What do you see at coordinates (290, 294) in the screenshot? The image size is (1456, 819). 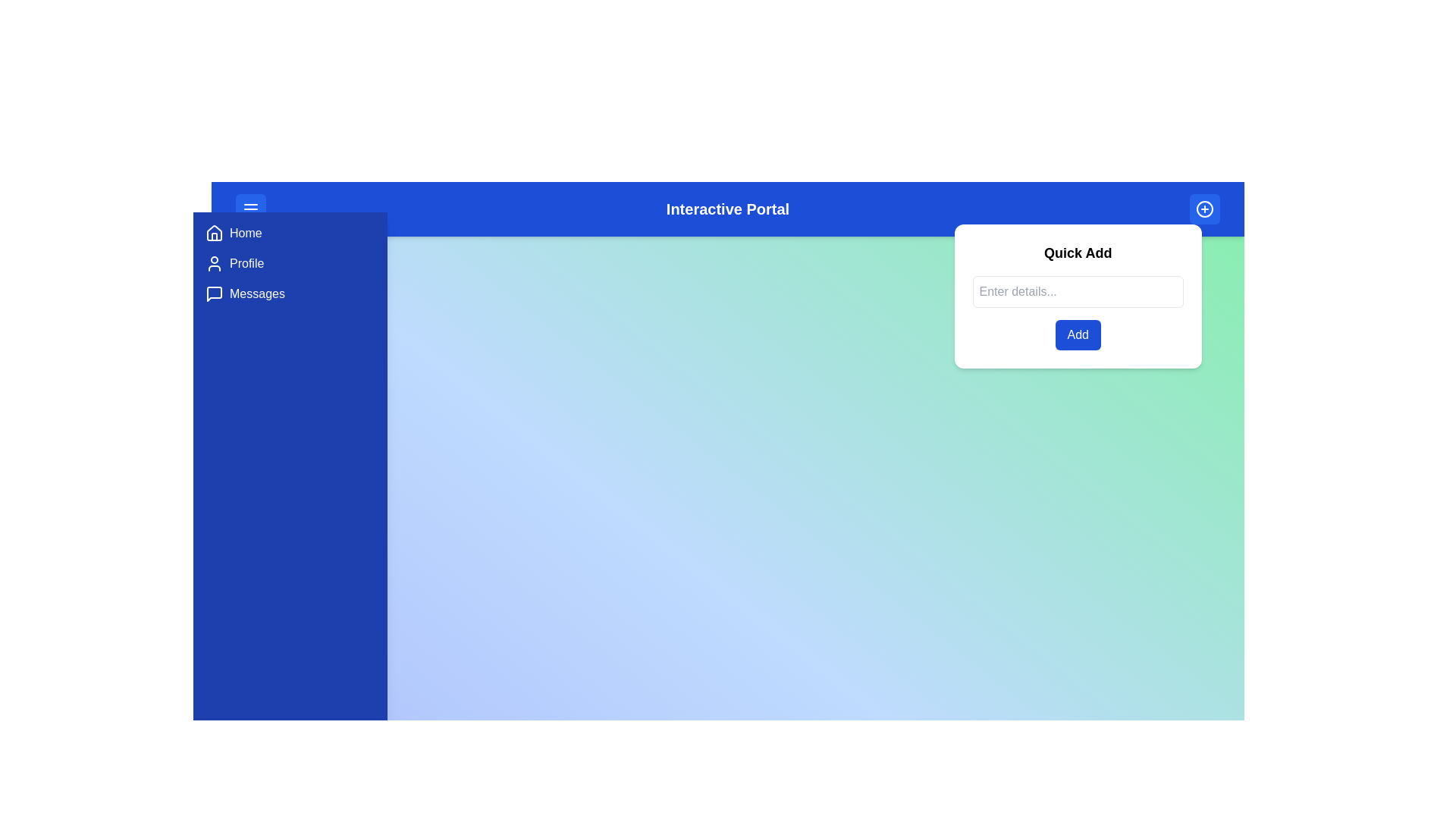 I see `the Messages item from the side navigation menu` at bounding box center [290, 294].